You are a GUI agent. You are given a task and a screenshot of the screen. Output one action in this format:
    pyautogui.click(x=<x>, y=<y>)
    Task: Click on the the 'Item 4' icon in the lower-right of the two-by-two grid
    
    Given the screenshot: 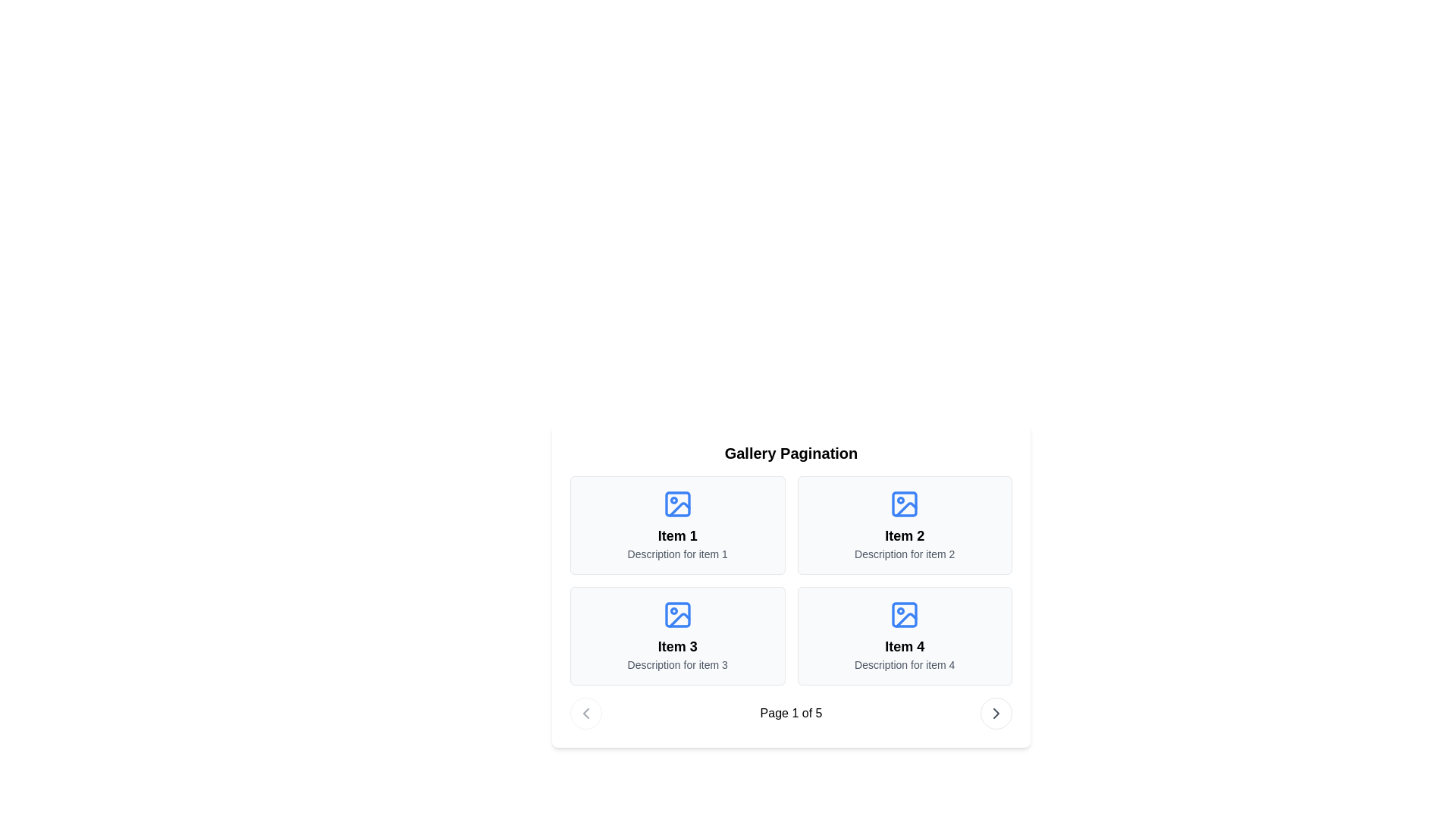 What is the action you would take?
    pyautogui.click(x=905, y=614)
    